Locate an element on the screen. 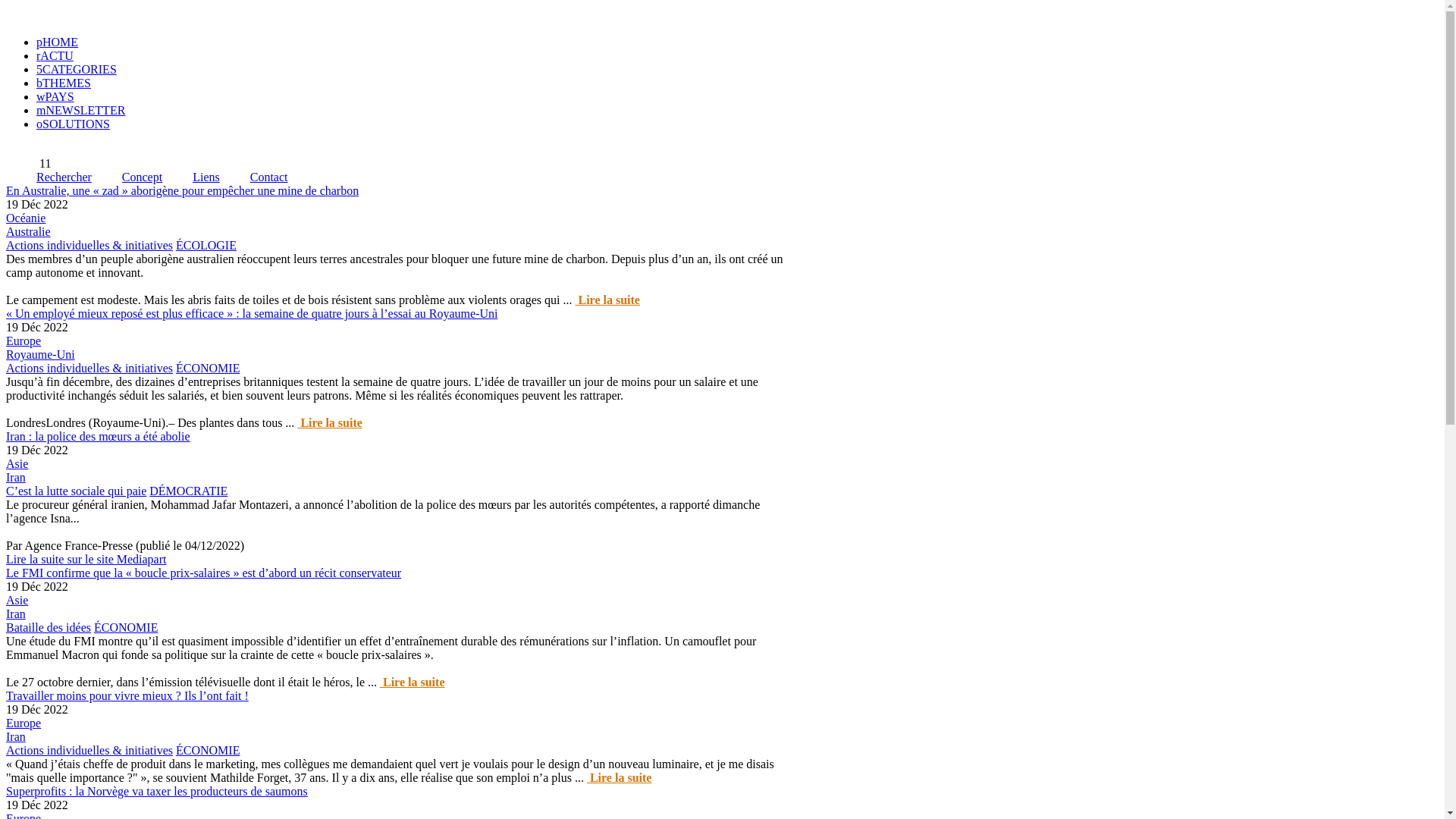 The image size is (1456, 819). 'rACTU' is located at coordinates (36, 55).